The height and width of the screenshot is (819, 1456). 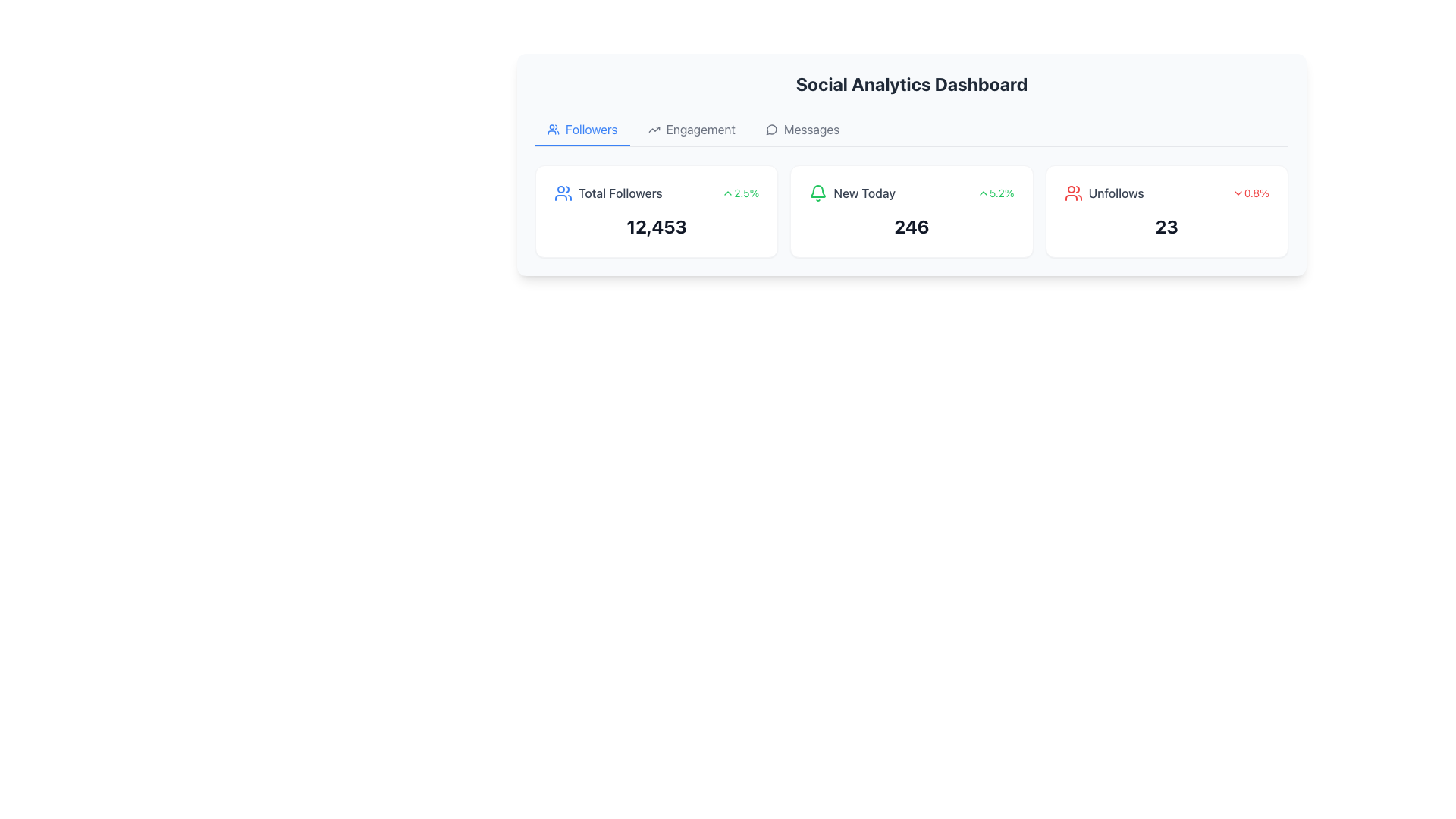 What do you see at coordinates (657, 211) in the screenshot?
I see `the Information Card displaying the total follower count and percentage change indicator, which is the leftmost card in the set of three cards under the 'Social Analytics Dashboard'` at bounding box center [657, 211].